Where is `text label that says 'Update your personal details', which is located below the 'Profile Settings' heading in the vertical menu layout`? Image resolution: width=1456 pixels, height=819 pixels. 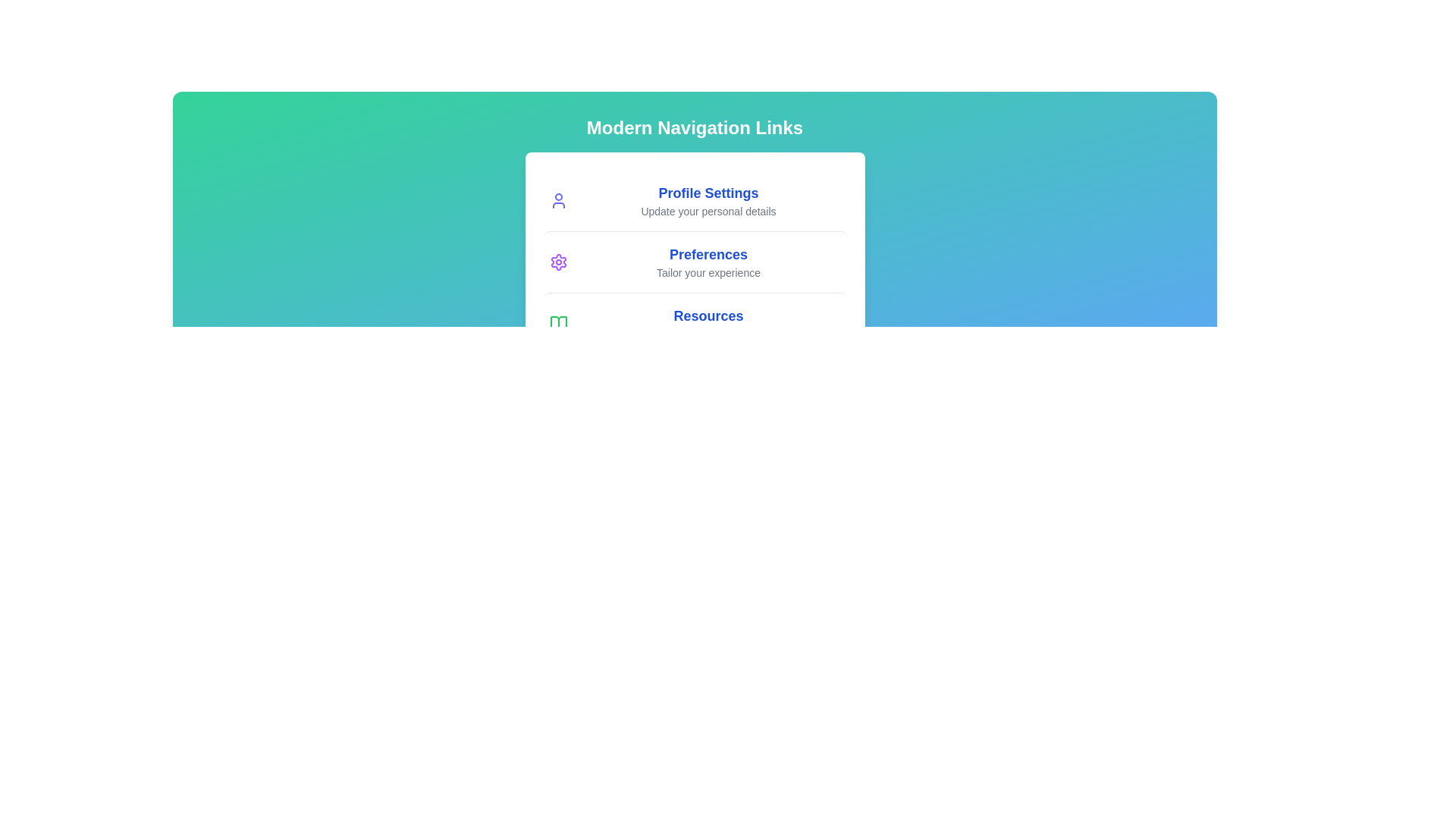 text label that says 'Update your personal details', which is located below the 'Profile Settings' heading in the vertical menu layout is located at coordinates (708, 211).